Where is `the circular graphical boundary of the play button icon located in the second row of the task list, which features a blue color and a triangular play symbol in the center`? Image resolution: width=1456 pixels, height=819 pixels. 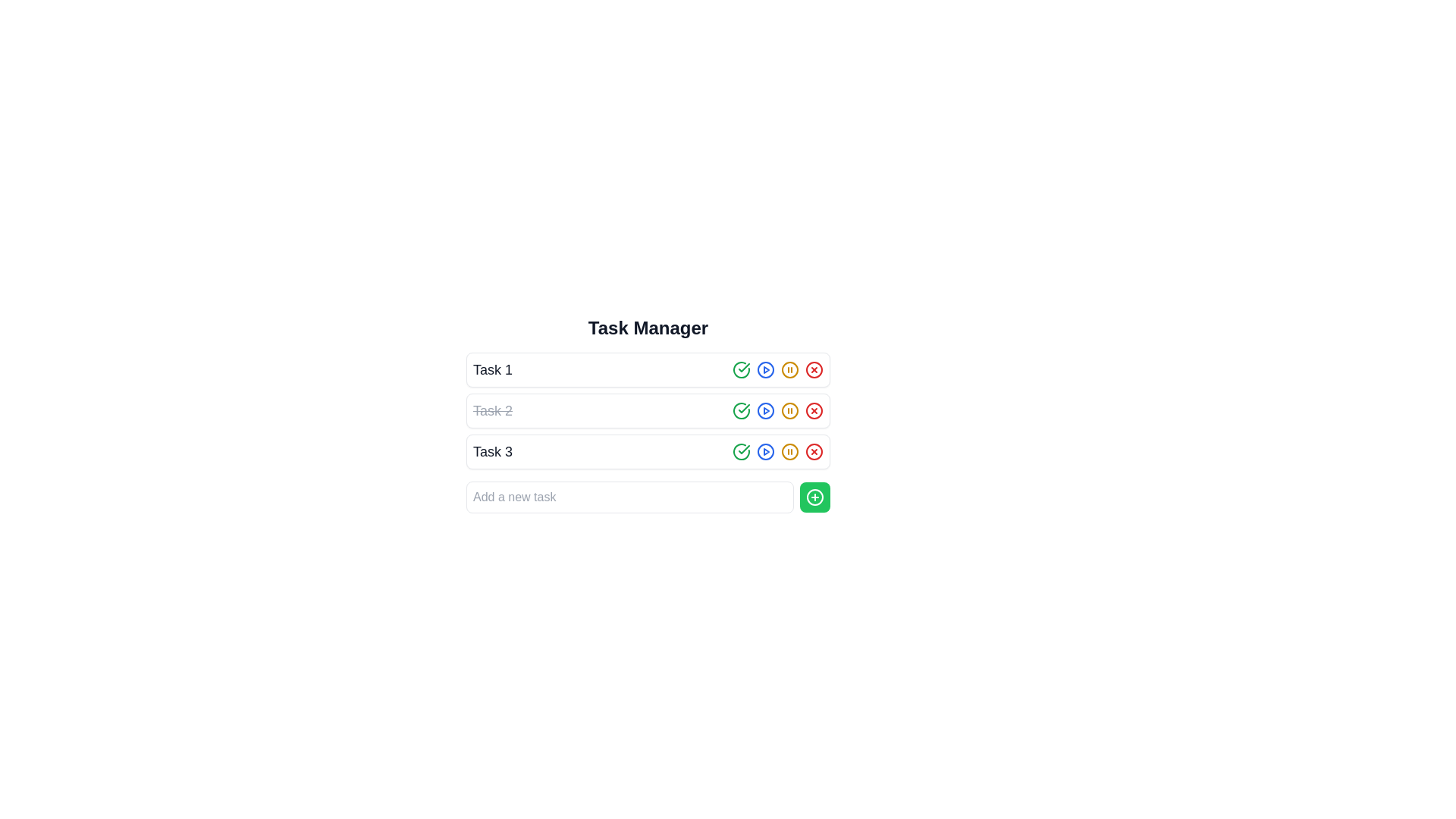 the circular graphical boundary of the play button icon located in the second row of the task list, which features a blue color and a triangular play symbol in the center is located at coordinates (765, 370).